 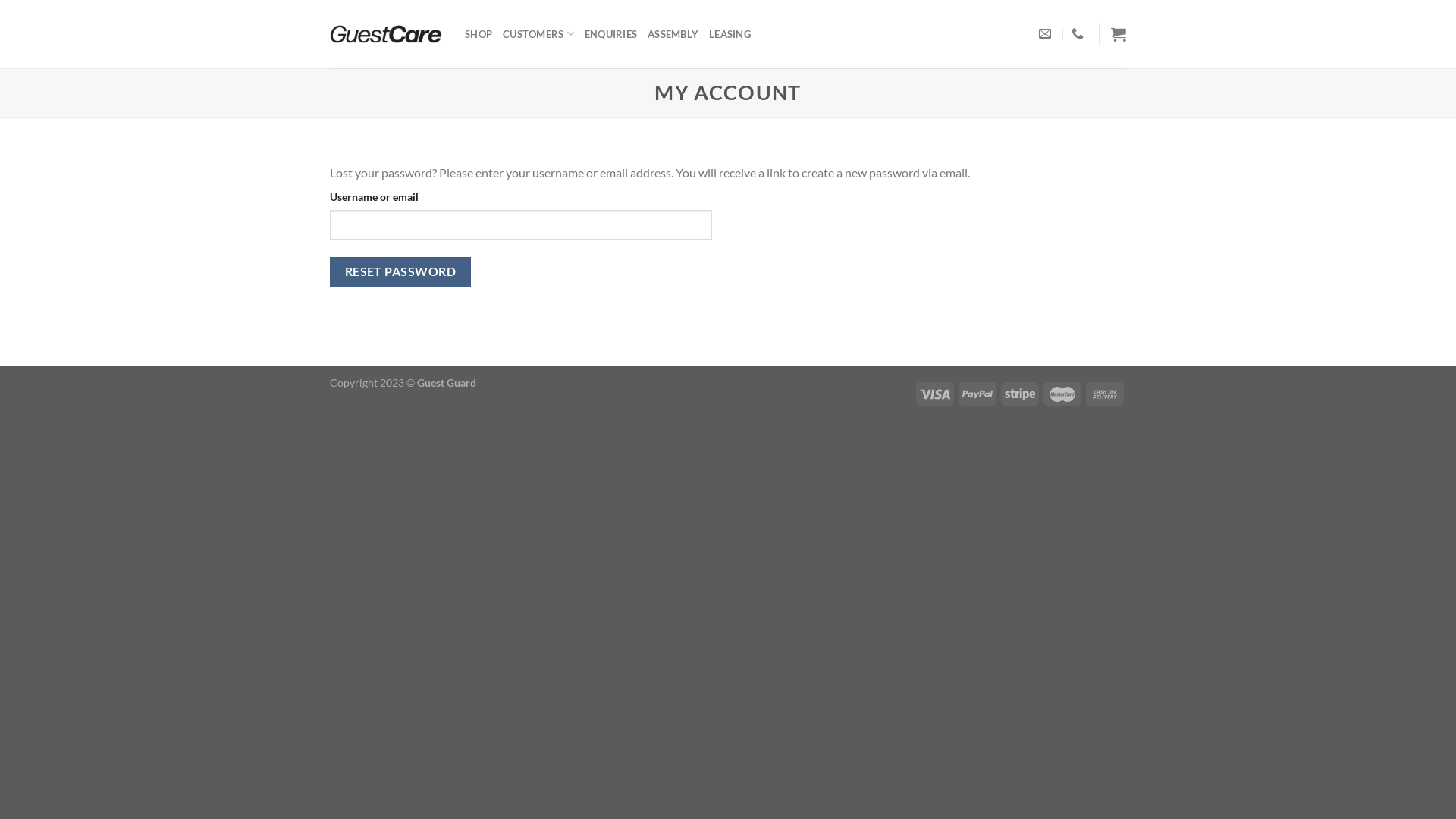 I want to click on 'RESET PASSWORD', so click(x=400, y=271).